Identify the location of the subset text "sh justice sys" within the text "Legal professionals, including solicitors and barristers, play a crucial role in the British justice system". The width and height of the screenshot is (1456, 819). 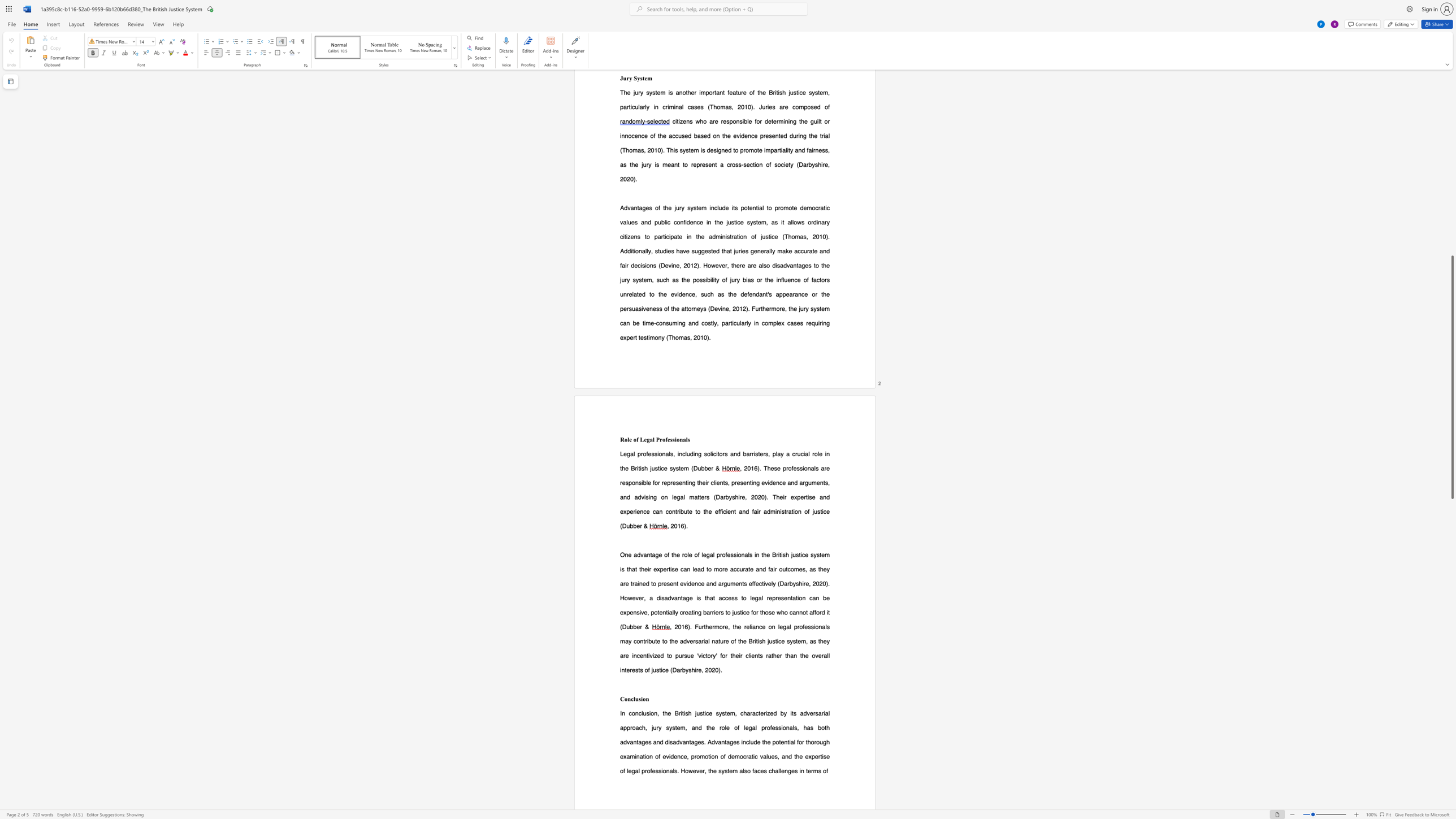
(640, 468).